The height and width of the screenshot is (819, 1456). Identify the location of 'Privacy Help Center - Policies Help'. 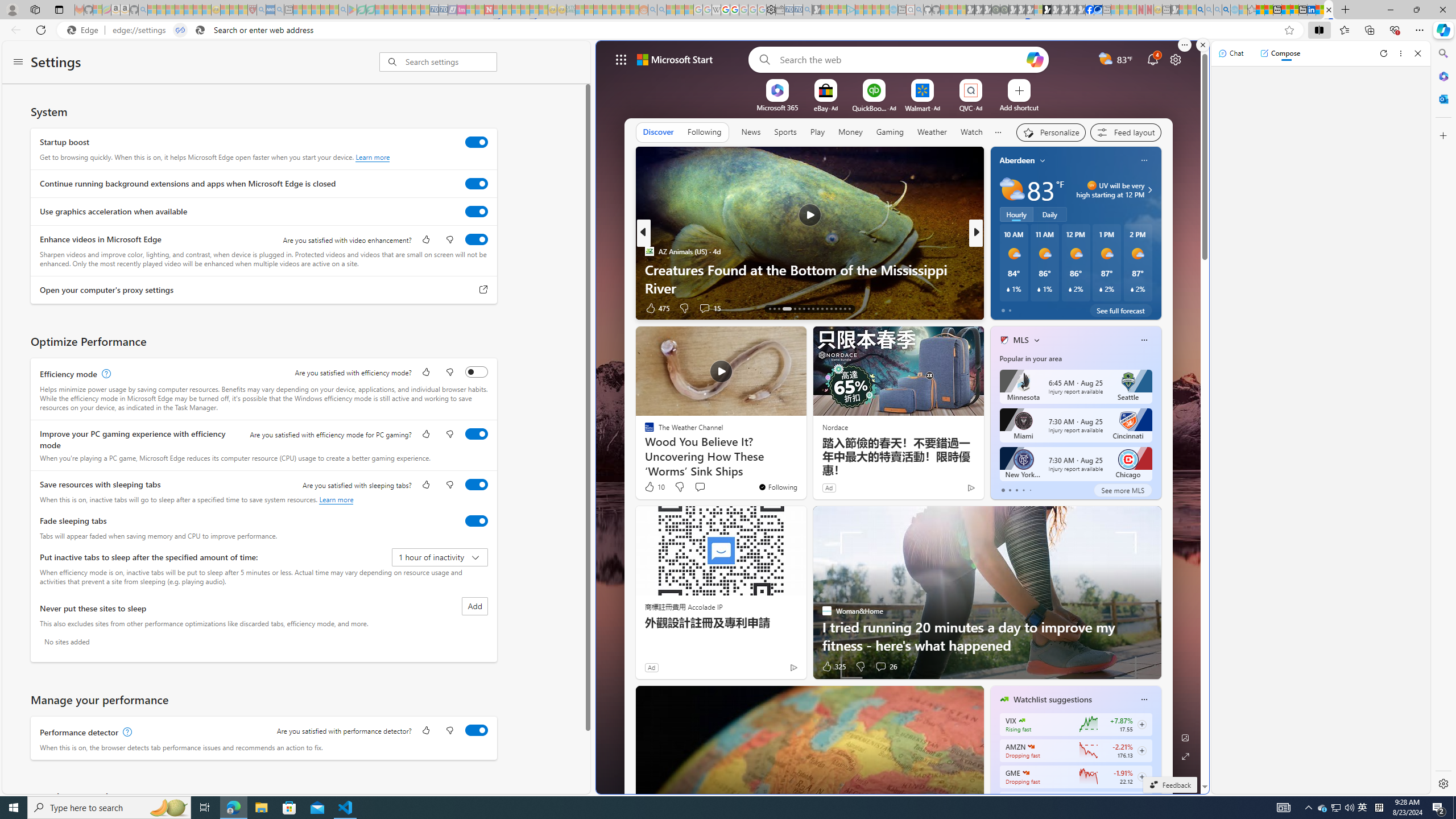
(725, 9).